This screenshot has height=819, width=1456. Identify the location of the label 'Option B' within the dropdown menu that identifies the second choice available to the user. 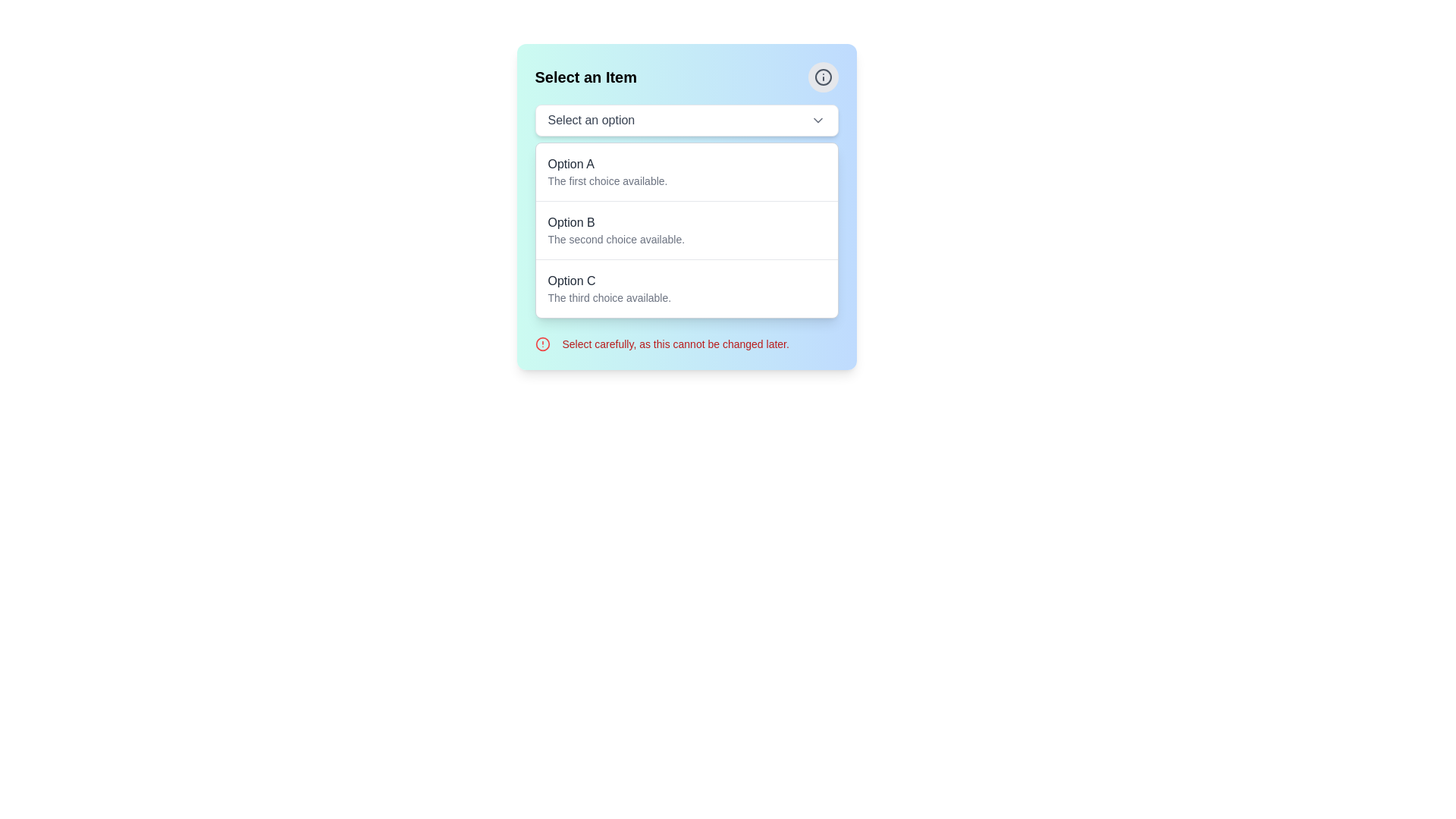
(570, 222).